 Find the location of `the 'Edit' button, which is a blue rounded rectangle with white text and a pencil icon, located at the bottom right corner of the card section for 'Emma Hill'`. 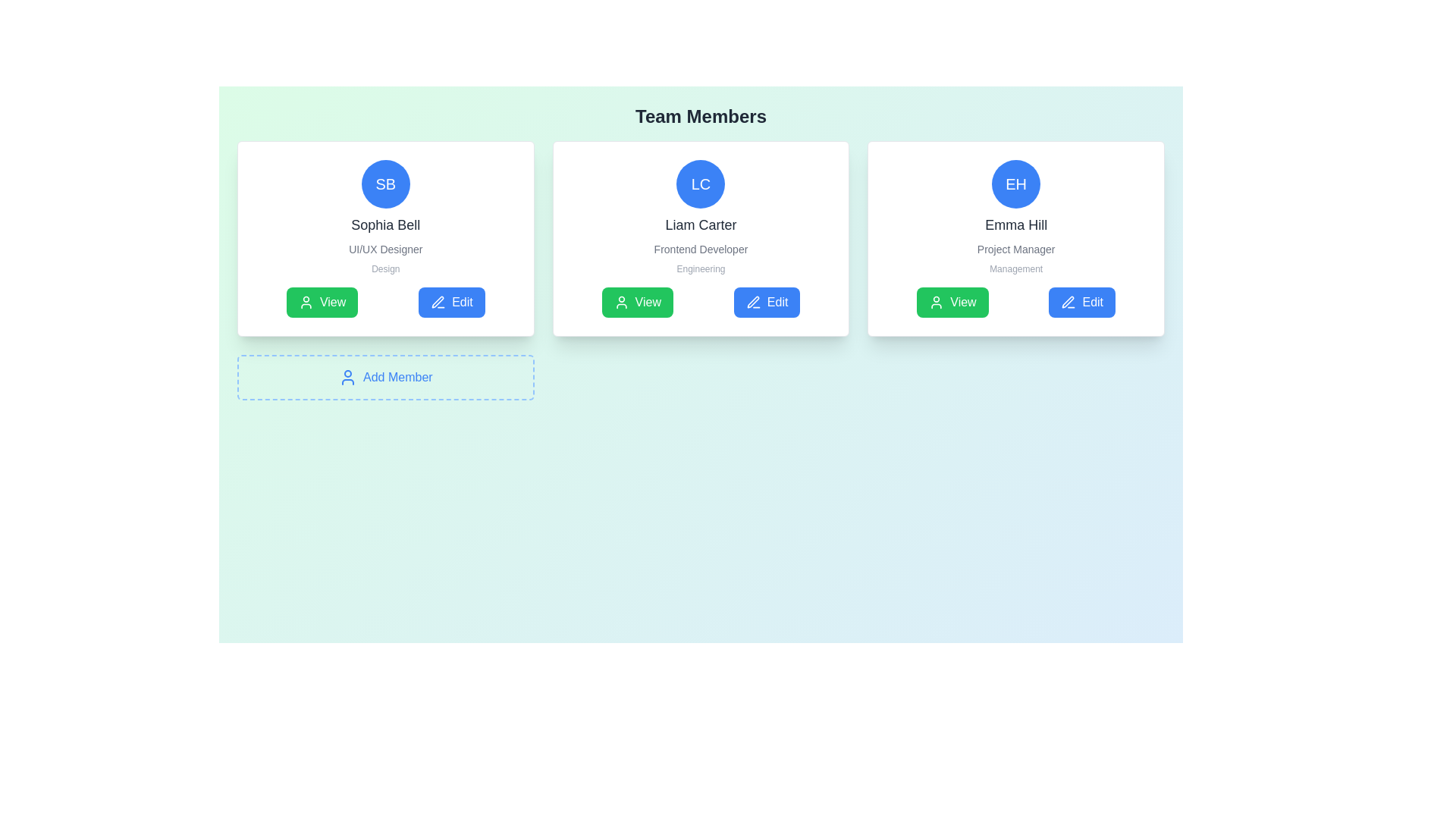

the 'Edit' button, which is a blue rounded rectangle with white text and a pencil icon, located at the bottom right corner of the card section for 'Emma Hill' is located at coordinates (1081, 302).